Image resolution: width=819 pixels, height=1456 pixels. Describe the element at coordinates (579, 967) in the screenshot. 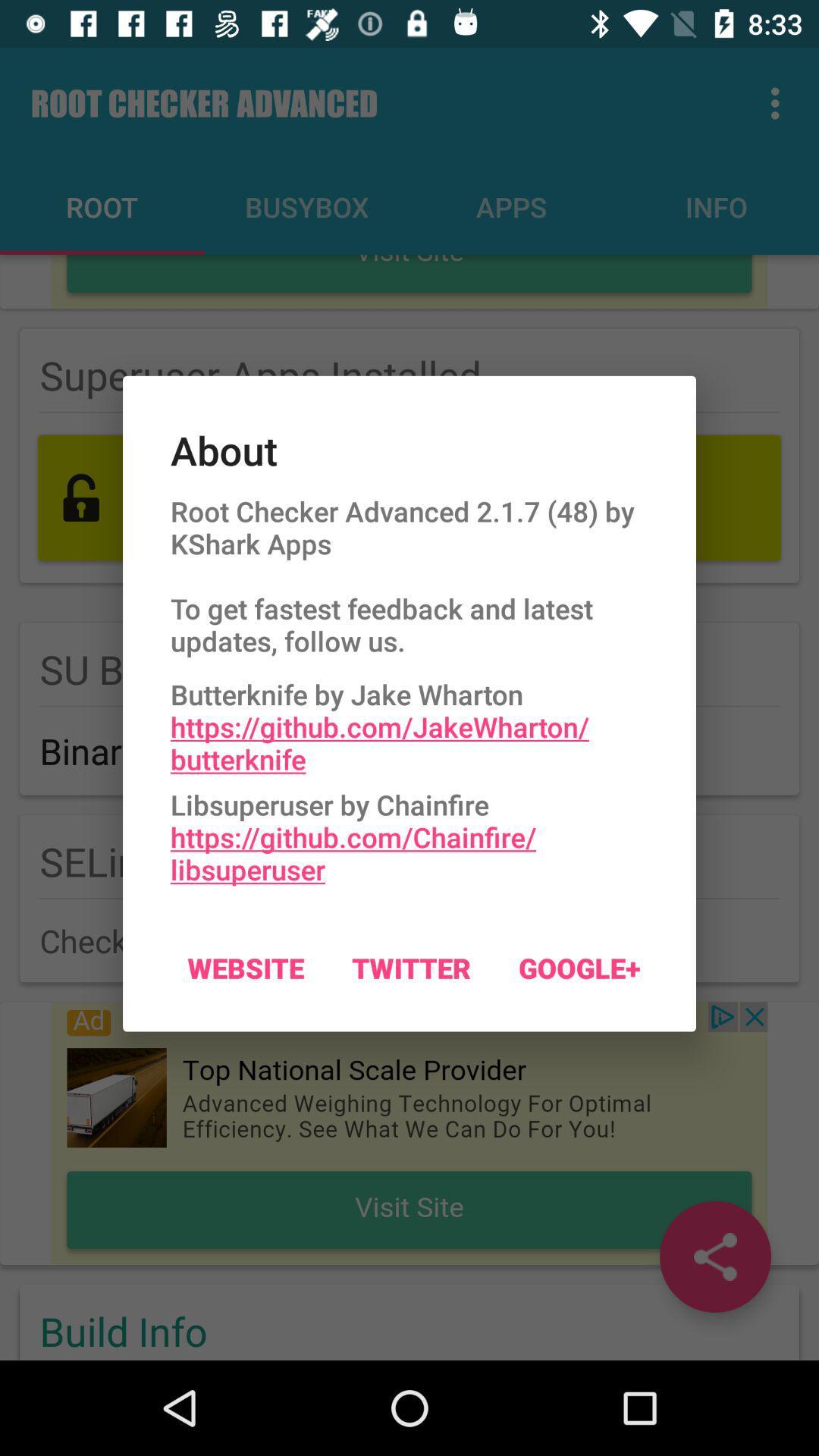

I see `the icon to the right of twitter item` at that location.